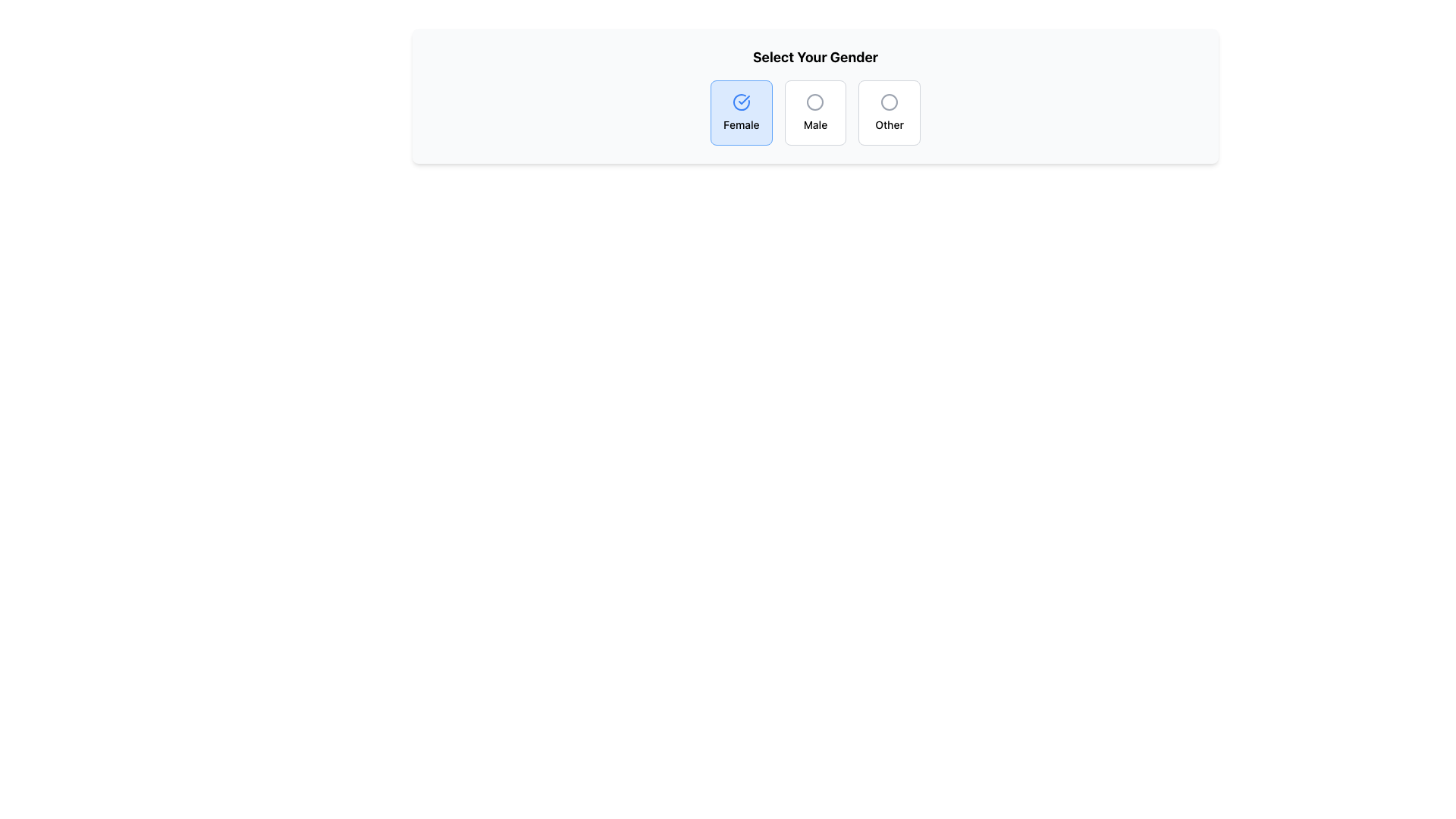 This screenshot has width=1456, height=819. Describe the element at coordinates (744, 99) in the screenshot. I see `the visual state of the 'Female' selection icon, which is a circular SVG icon indicating that the 'Female' option is currently selected in the gender selection interface` at that location.